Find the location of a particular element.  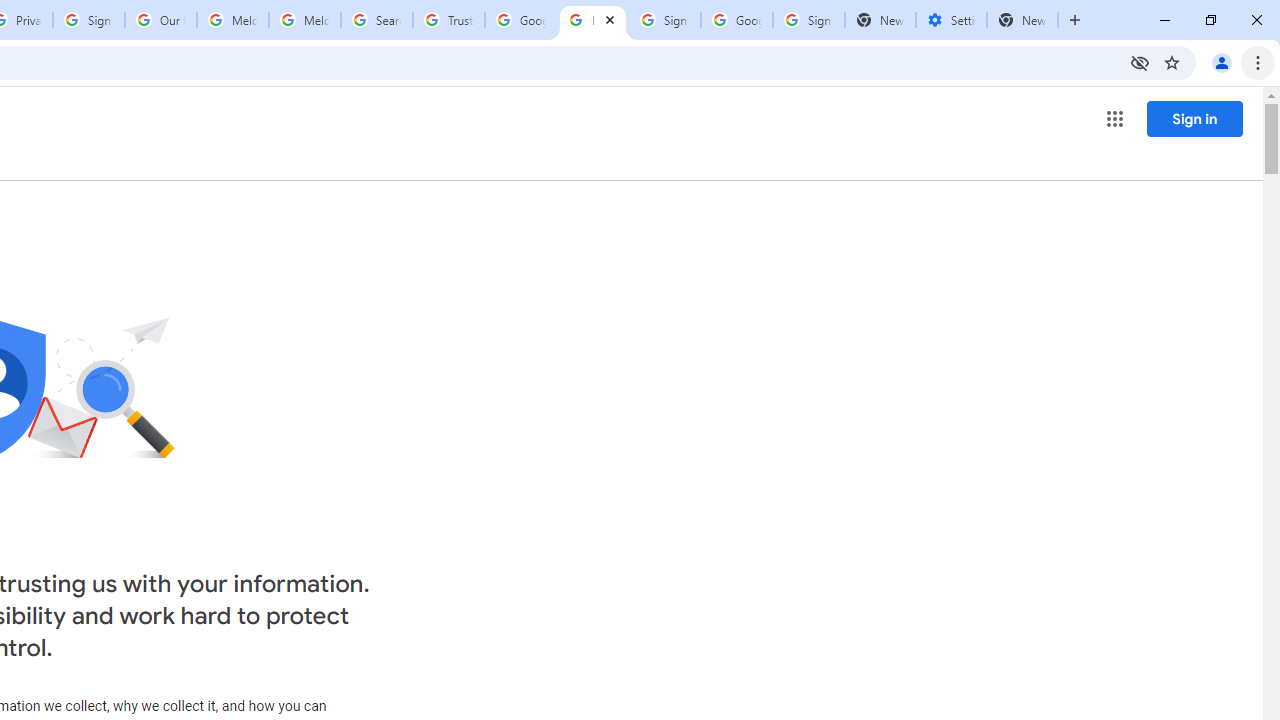

'Google Ads - Sign in' is located at coordinates (520, 20).